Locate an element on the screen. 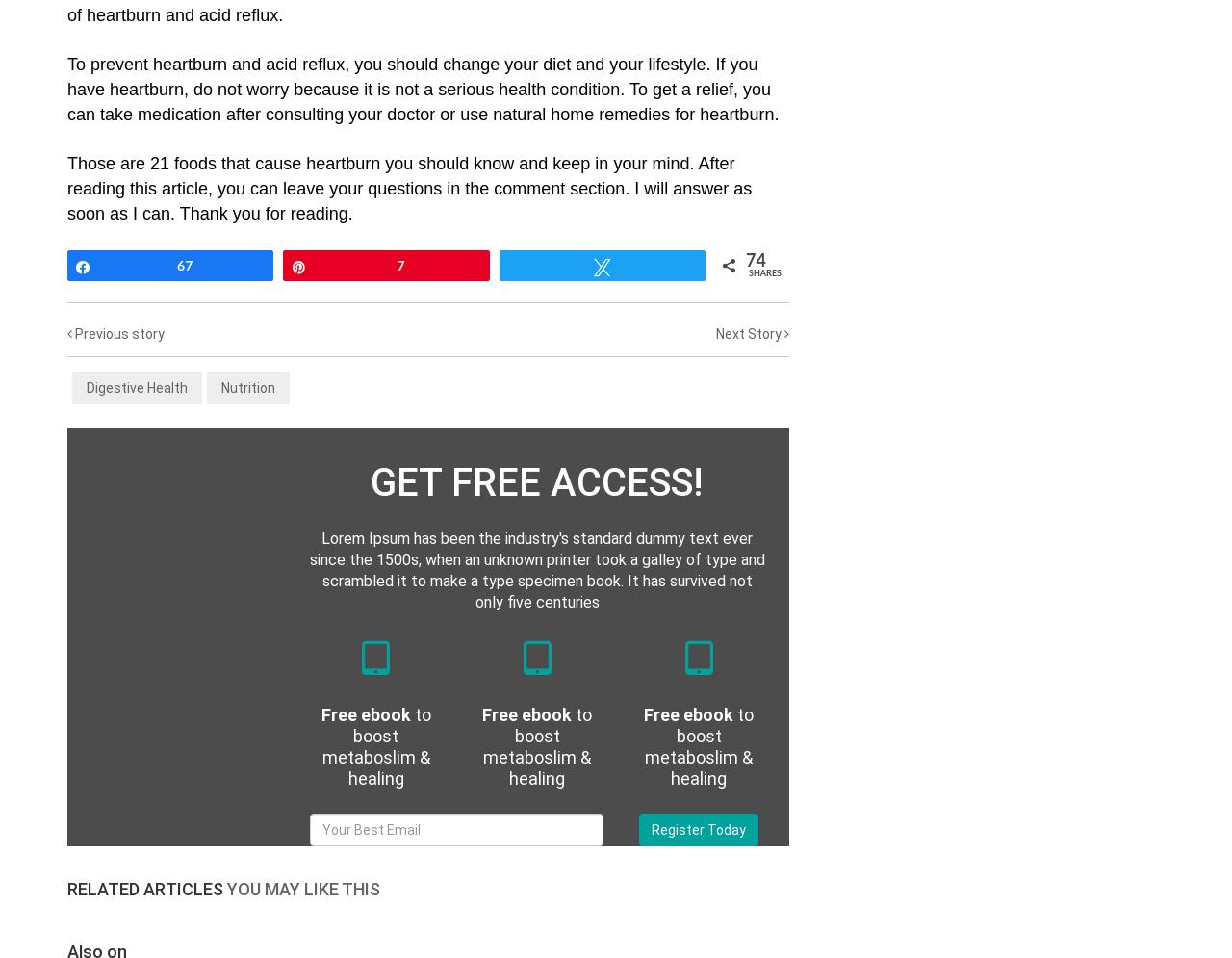 Image resolution: width=1232 pixels, height=958 pixels. 'Register Today' is located at coordinates (698, 829).